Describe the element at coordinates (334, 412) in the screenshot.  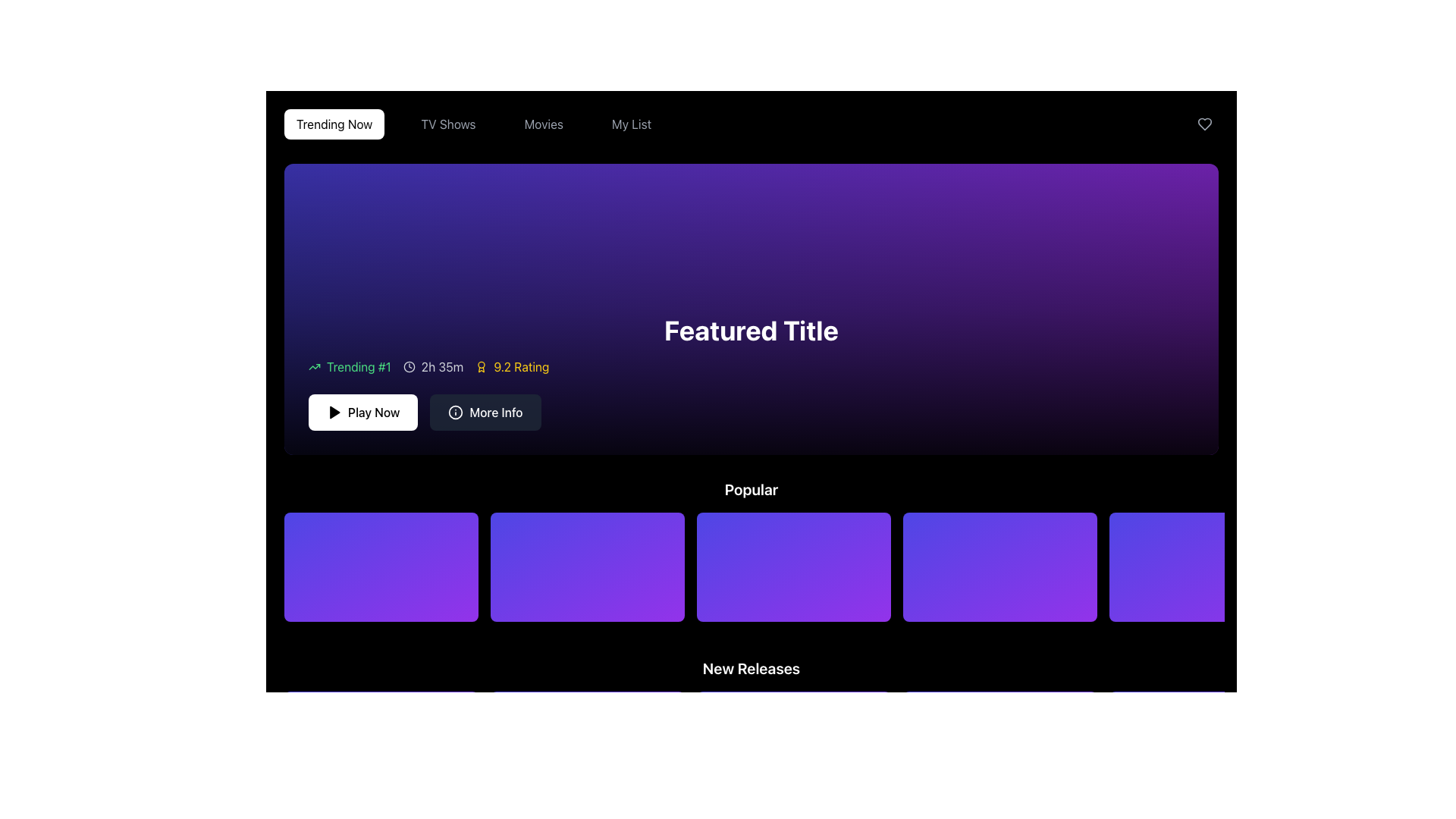
I see `the small, right-pointing triangle SVG icon located within the 'Play Now' button, which is situated below the purple gradient rectangle labeled 'Featured Title'` at that location.